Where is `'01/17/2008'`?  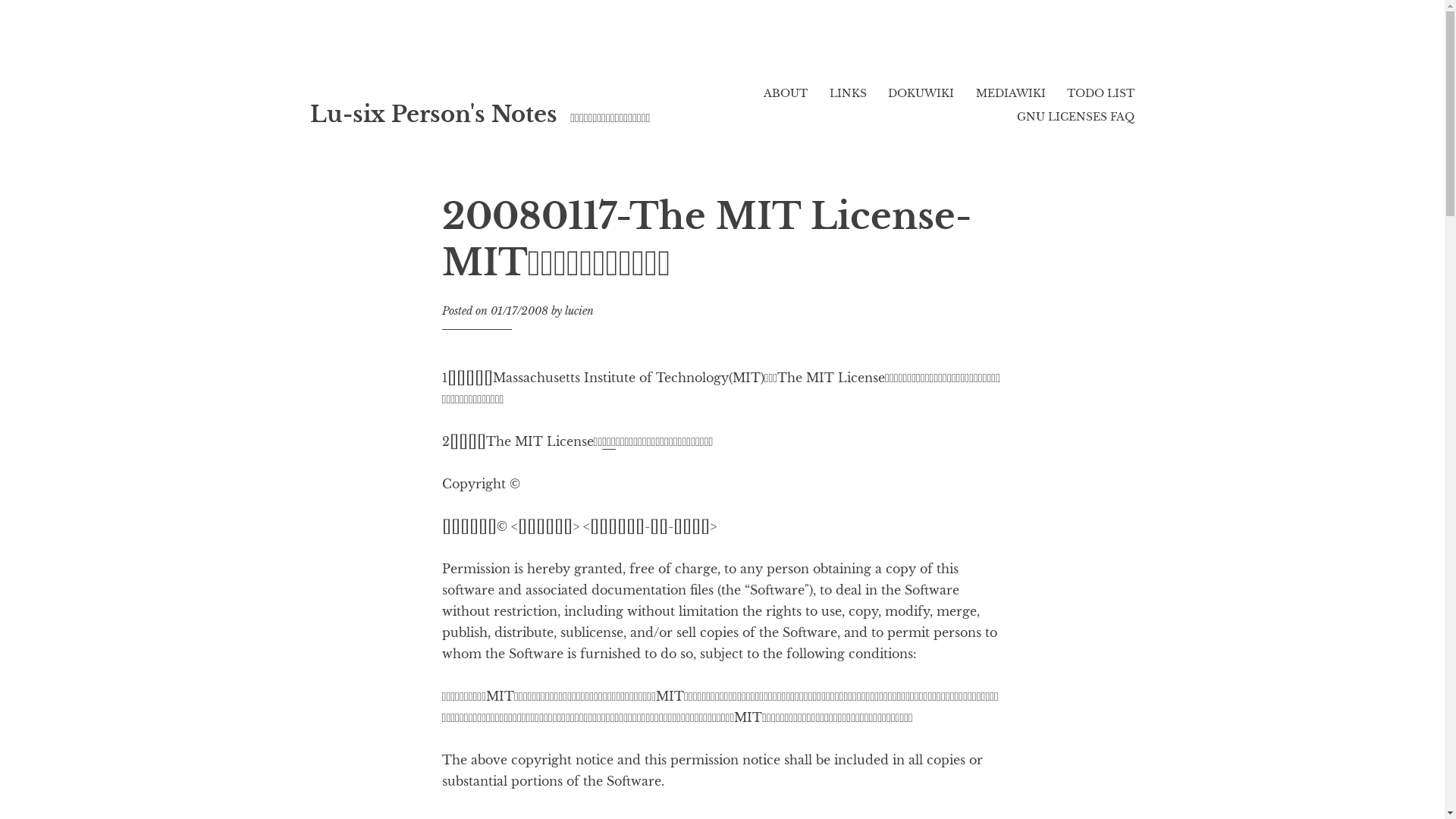
'01/17/2008' is located at coordinates (491, 309).